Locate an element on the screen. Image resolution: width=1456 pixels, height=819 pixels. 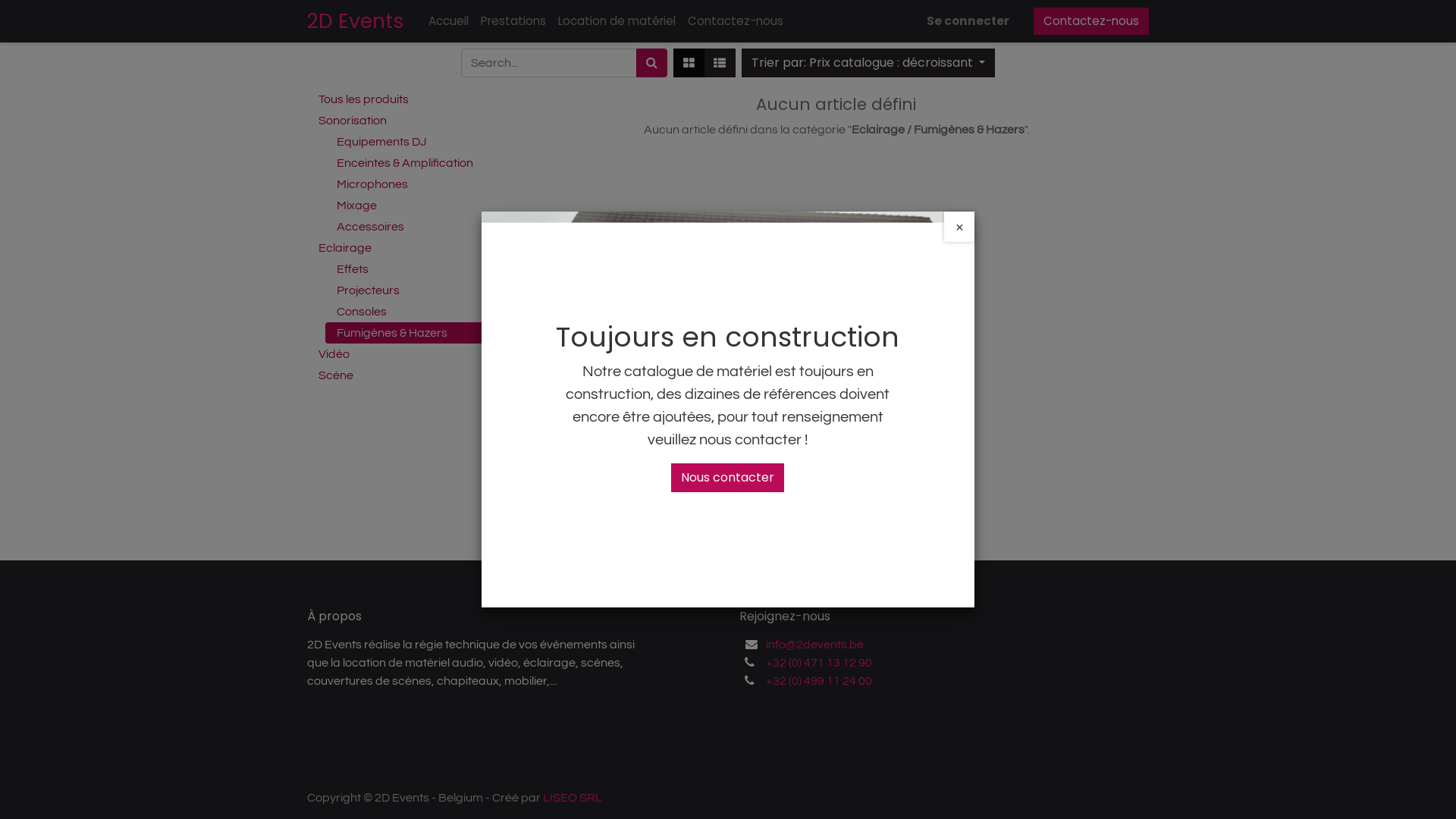
'Prestations' is located at coordinates (513, 21).